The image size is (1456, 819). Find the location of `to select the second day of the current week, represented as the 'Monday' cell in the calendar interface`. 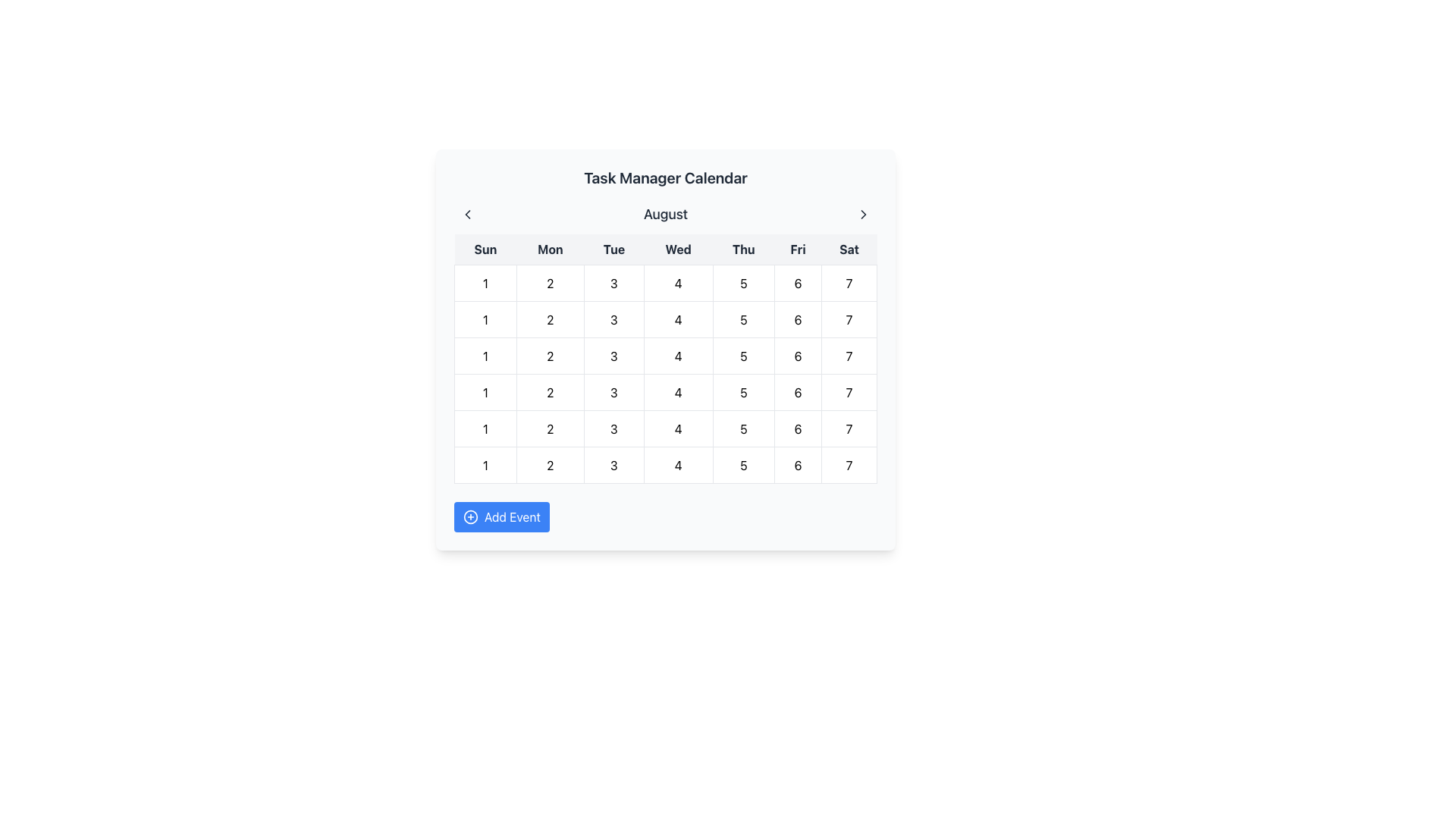

to select the second day of the current week, represented as the 'Monday' cell in the calendar interface is located at coordinates (549, 464).